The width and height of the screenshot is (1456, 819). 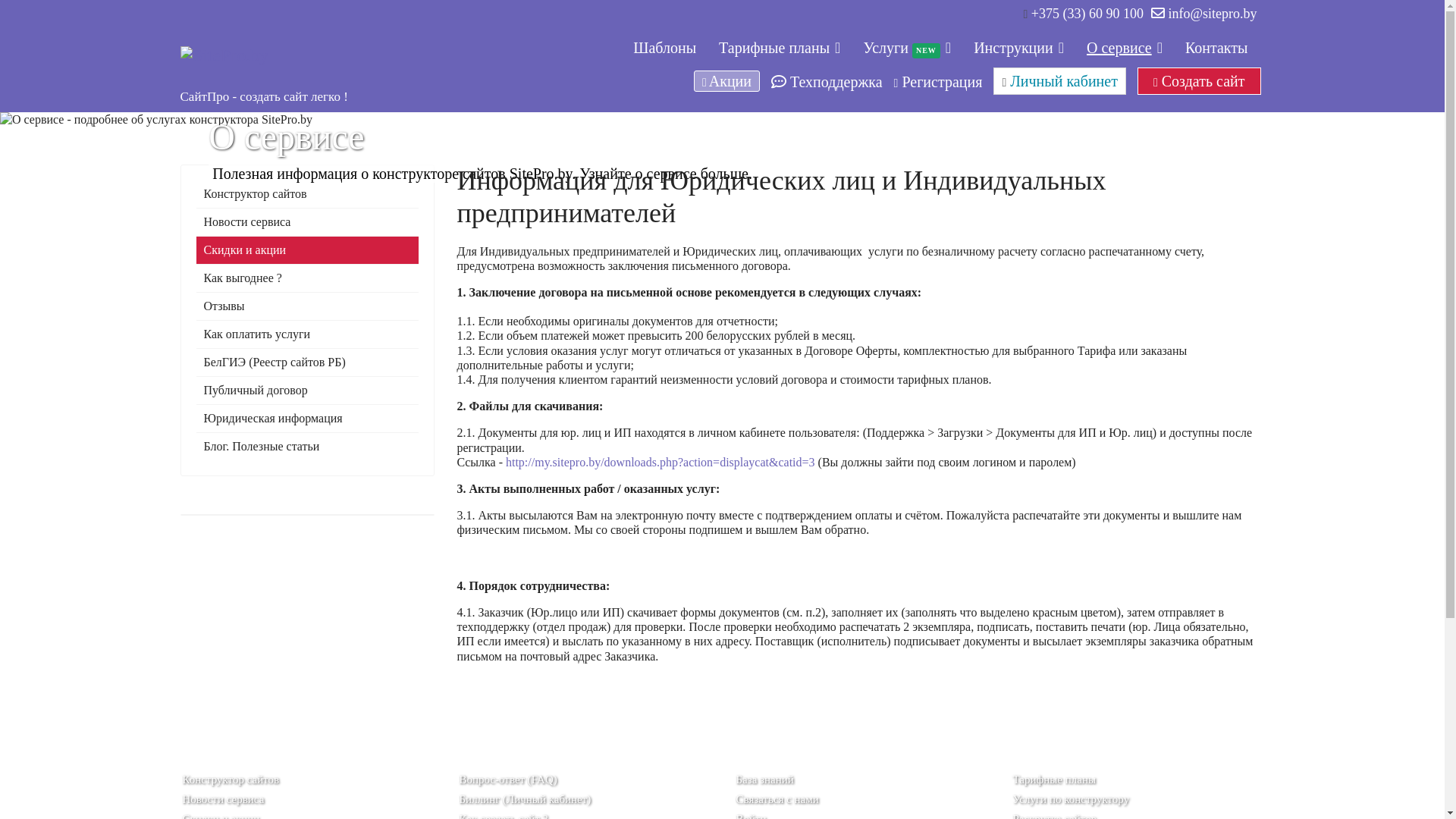 I want to click on 'http://my.sitepro.by/downloads.php?action=displaycat&catid=3', so click(x=660, y=461).